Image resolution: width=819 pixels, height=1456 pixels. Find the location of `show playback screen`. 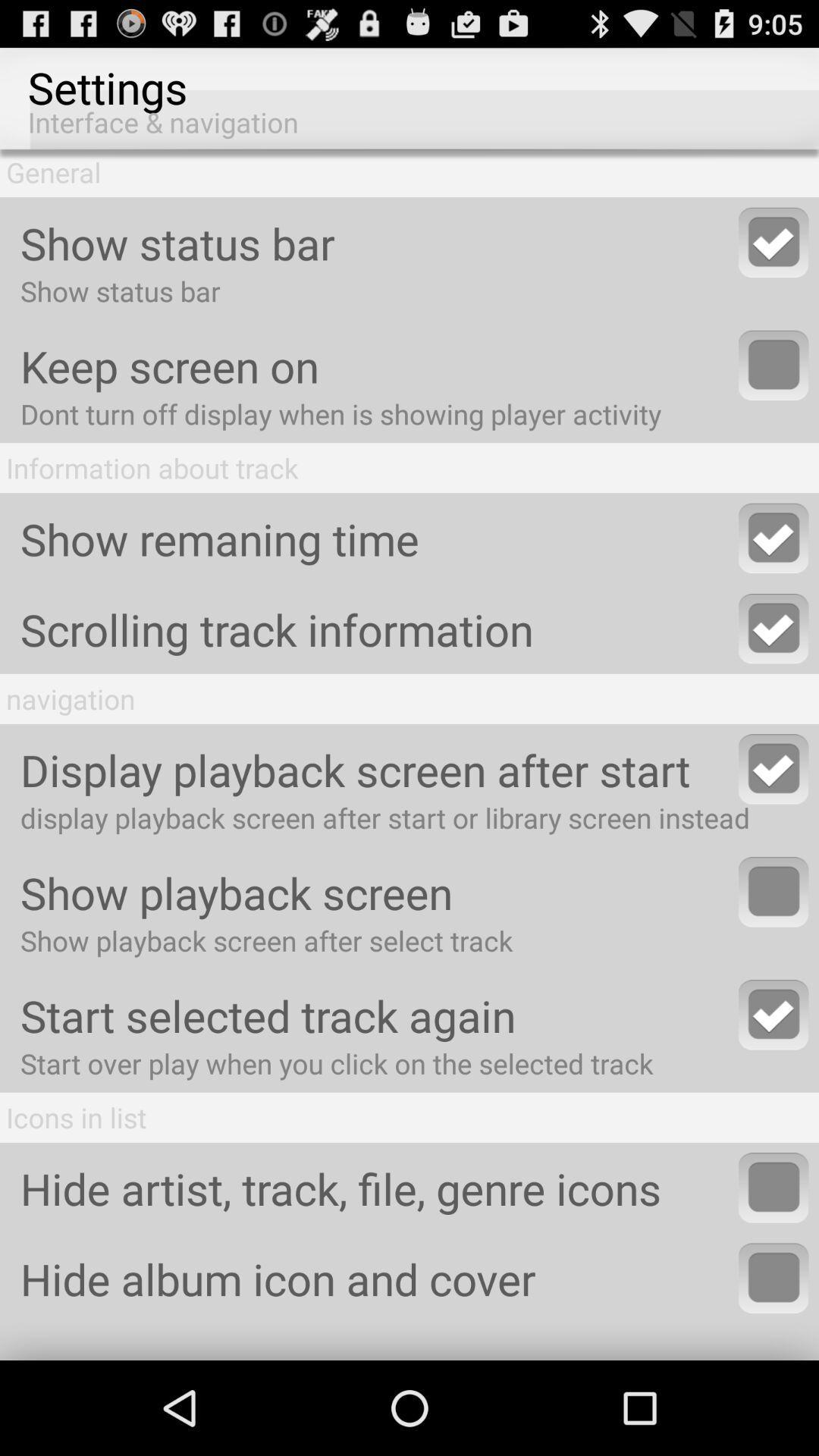

show playback screen is located at coordinates (773, 892).